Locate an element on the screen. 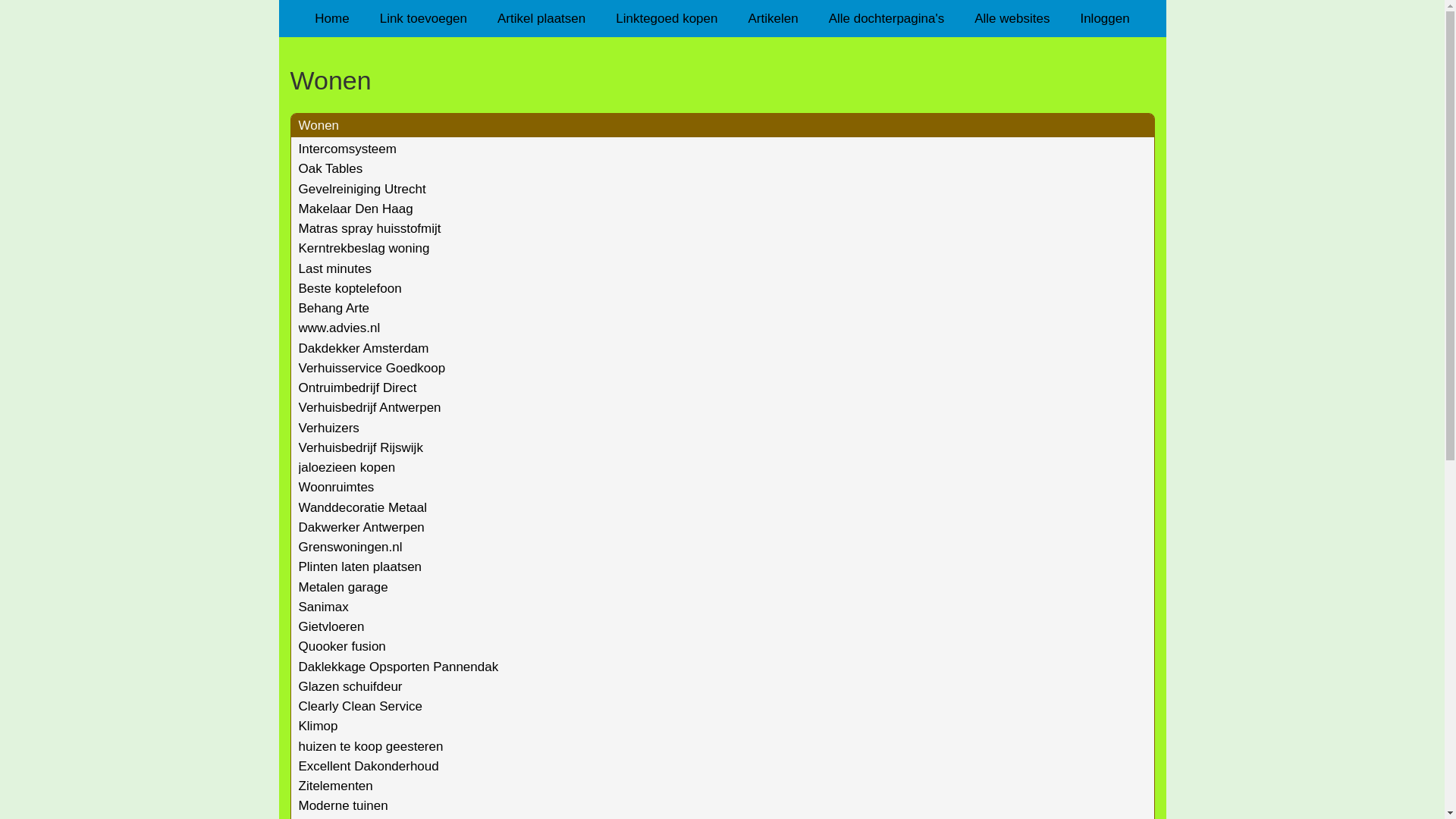 The width and height of the screenshot is (1456, 819). 'Dakdekker Amsterdam' is located at coordinates (364, 348).